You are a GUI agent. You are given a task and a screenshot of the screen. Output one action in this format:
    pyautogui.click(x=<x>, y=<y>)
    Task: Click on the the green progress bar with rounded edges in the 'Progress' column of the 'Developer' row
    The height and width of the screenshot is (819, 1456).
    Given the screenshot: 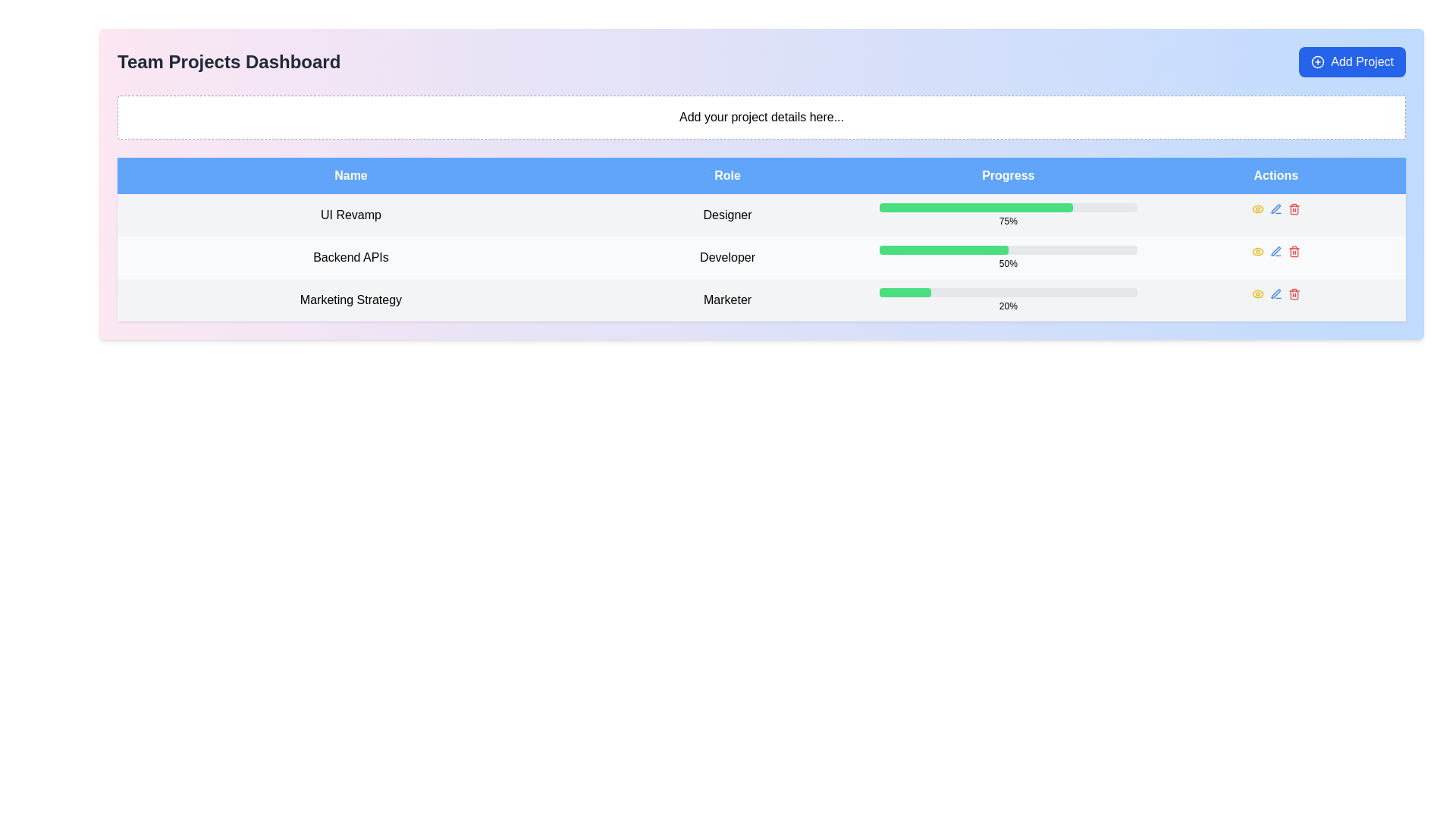 What is the action you would take?
    pyautogui.click(x=943, y=249)
    